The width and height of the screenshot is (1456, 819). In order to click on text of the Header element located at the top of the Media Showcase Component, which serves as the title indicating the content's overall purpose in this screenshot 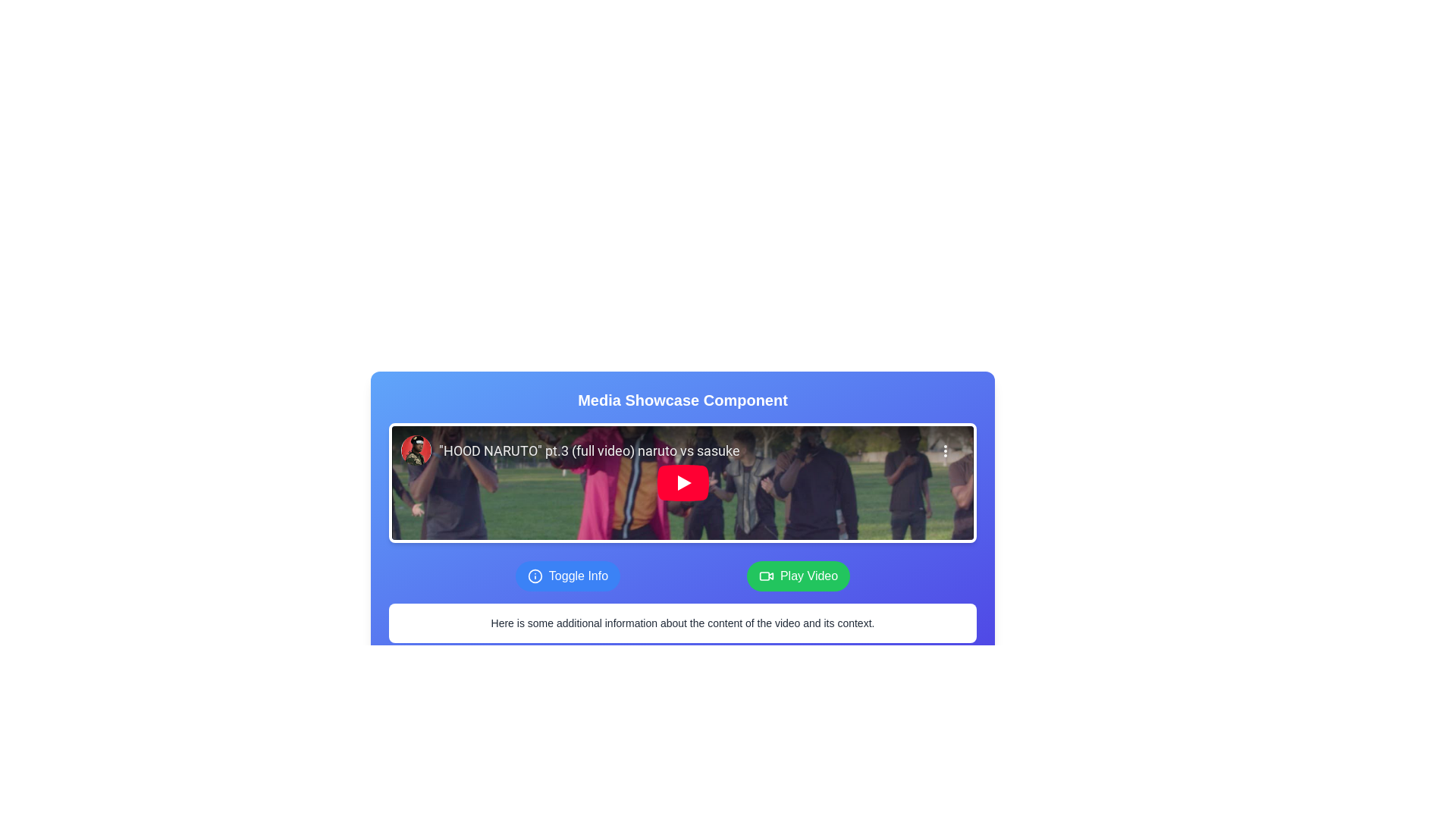, I will do `click(682, 400)`.